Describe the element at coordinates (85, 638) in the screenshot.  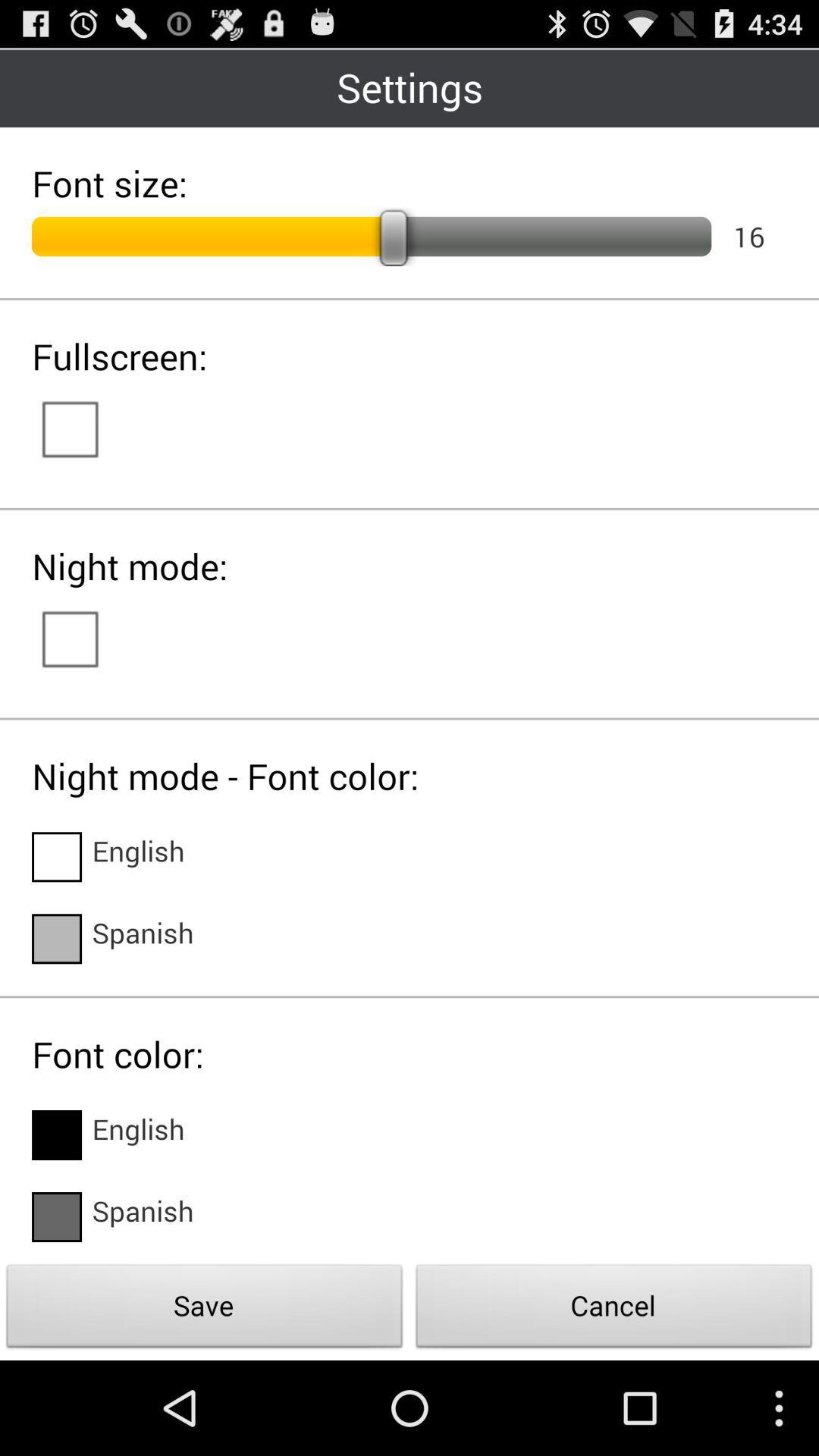
I see `switch autoplay option` at that location.